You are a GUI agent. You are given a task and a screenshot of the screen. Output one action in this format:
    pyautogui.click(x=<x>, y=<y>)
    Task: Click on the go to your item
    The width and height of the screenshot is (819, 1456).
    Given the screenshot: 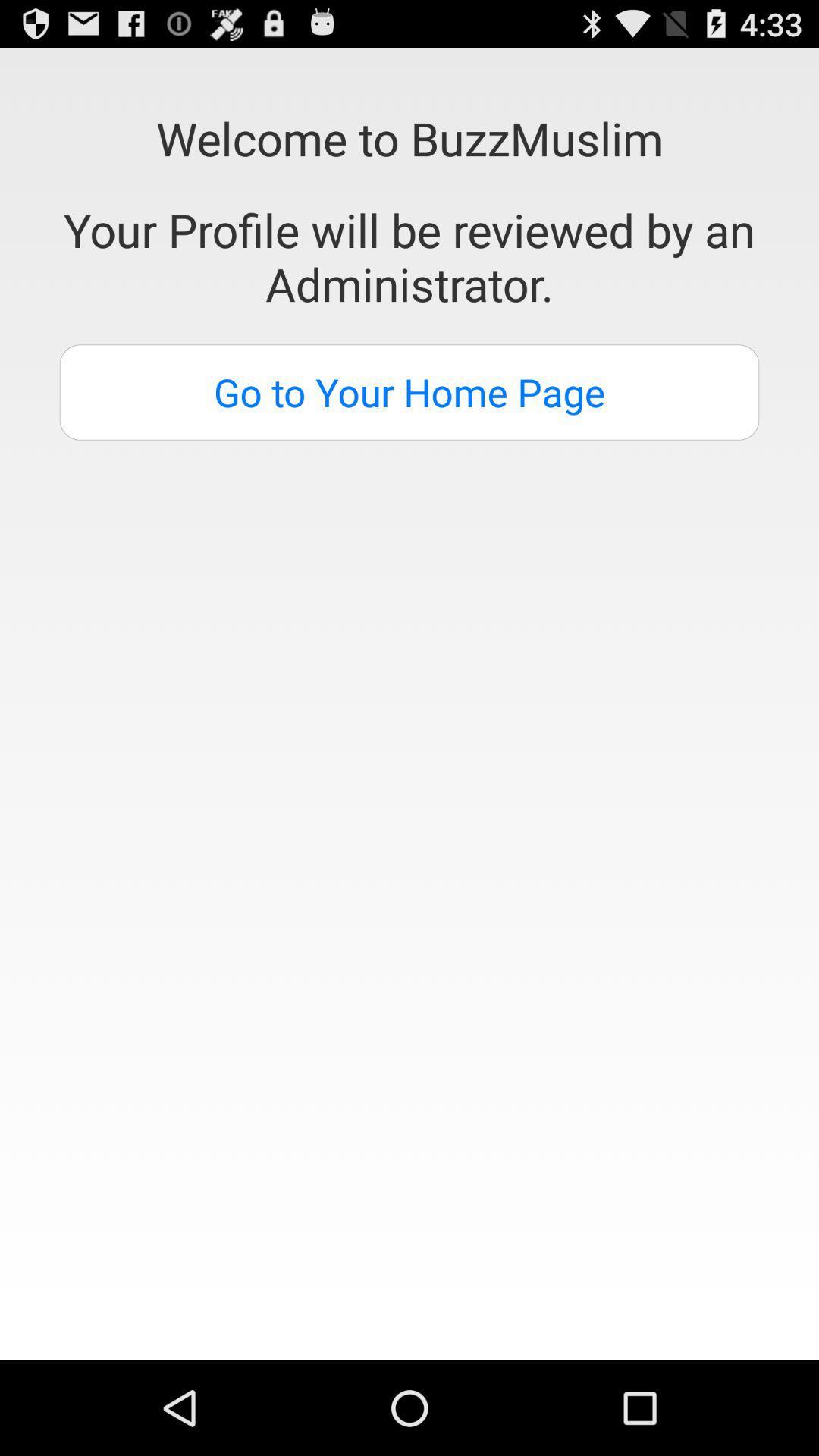 What is the action you would take?
    pyautogui.click(x=409, y=392)
    